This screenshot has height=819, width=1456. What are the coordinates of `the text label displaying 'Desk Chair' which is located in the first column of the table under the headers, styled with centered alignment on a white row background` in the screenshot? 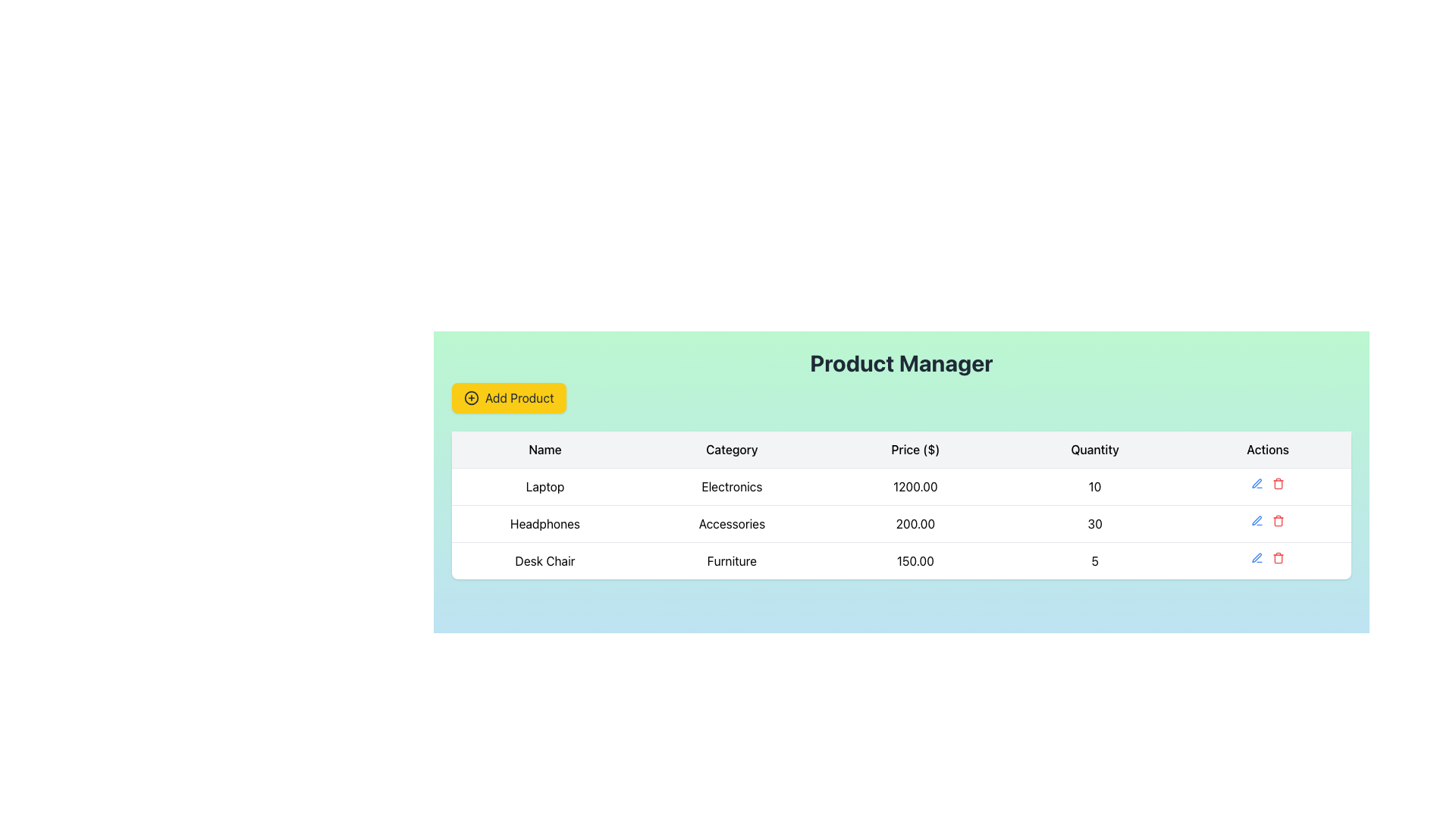 It's located at (545, 560).